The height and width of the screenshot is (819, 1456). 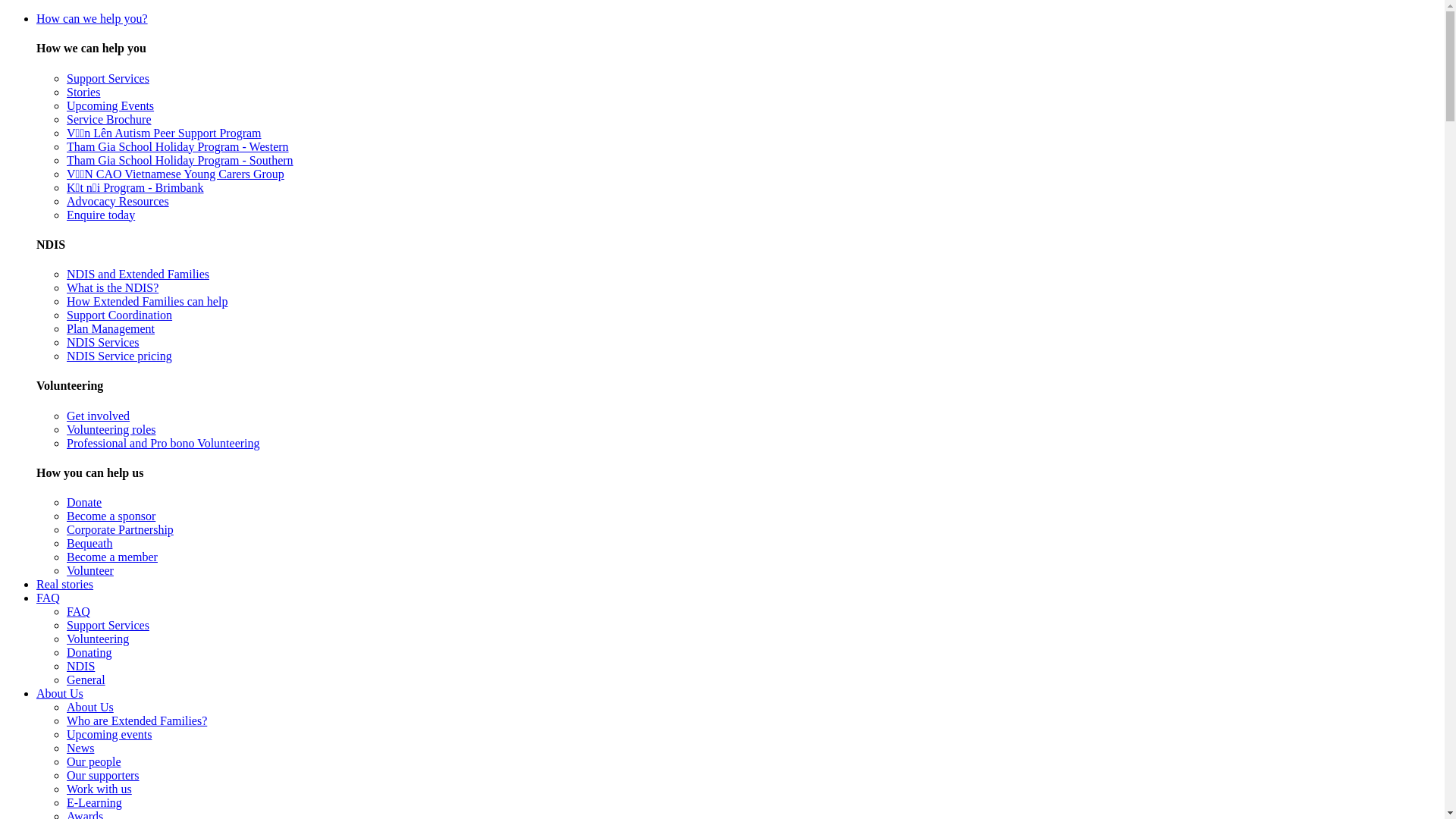 What do you see at coordinates (85, 679) in the screenshot?
I see `'General'` at bounding box center [85, 679].